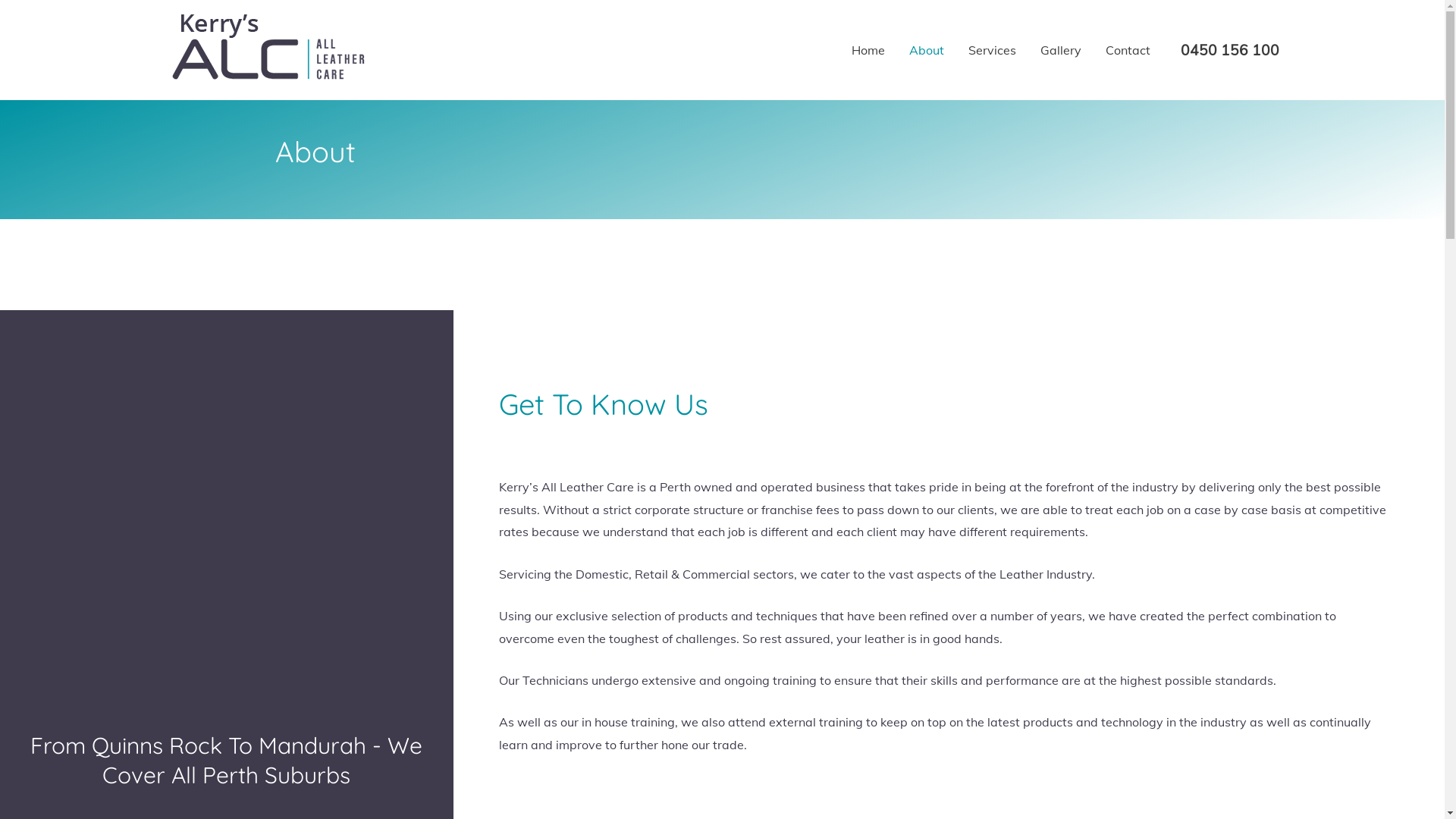  What do you see at coordinates (0, 483) in the screenshot?
I see `'Perth'` at bounding box center [0, 483].